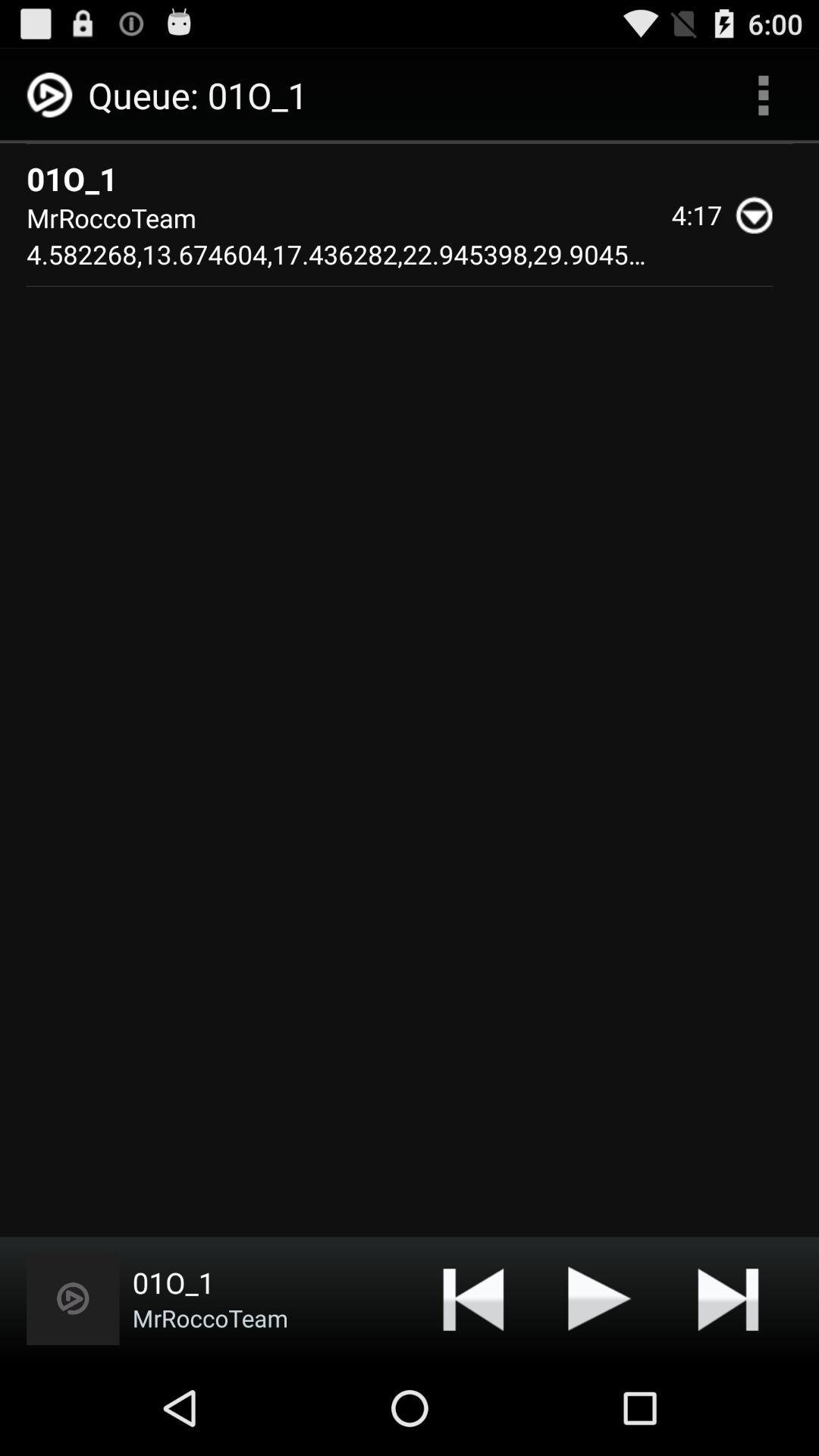  Describe the element at coordinates (727, 1389) in the screenshot. I see `the skip_next icon` at that location.